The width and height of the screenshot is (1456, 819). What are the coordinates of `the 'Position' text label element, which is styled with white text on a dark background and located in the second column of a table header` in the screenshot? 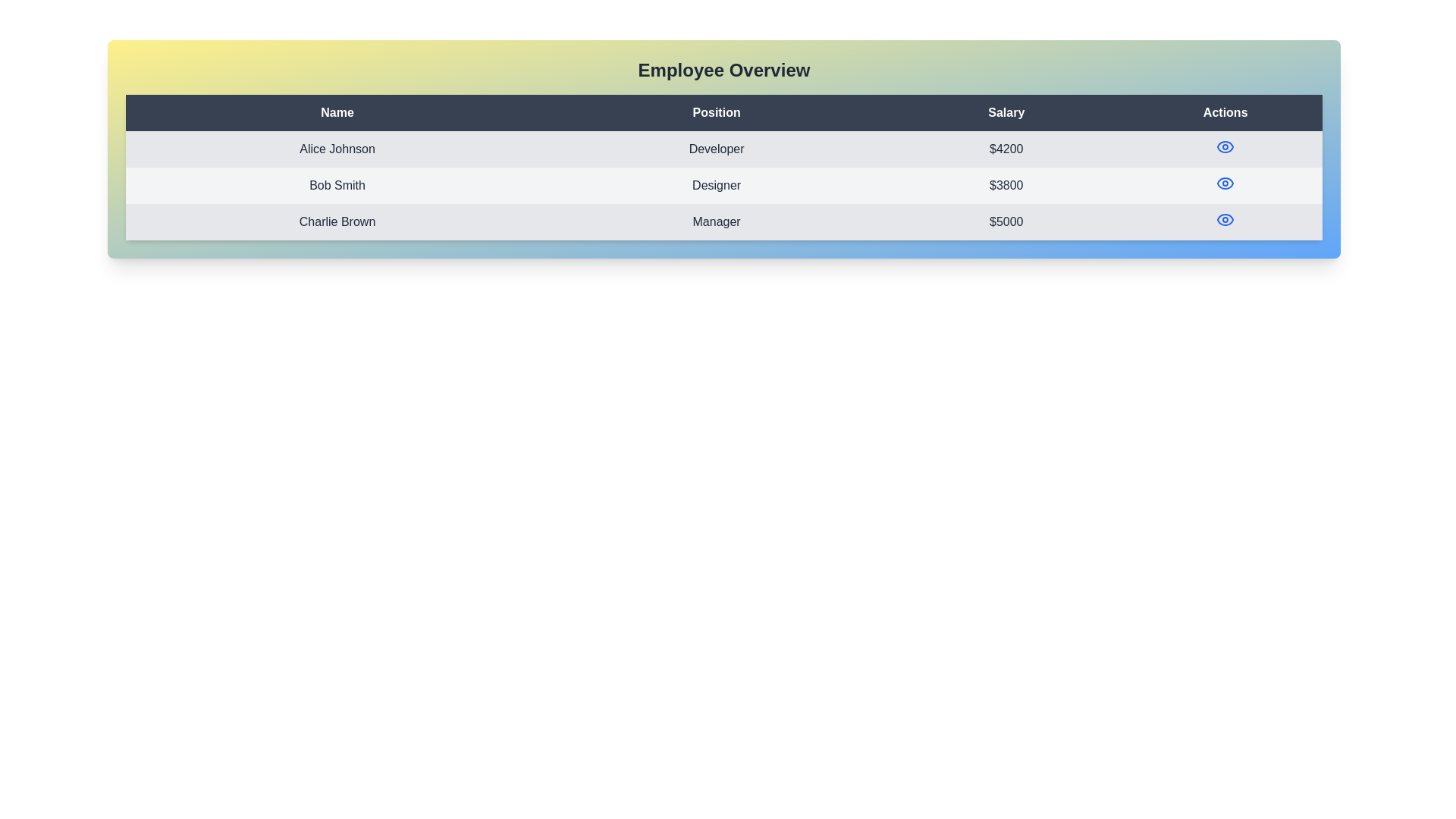 It's located at (716, 112).